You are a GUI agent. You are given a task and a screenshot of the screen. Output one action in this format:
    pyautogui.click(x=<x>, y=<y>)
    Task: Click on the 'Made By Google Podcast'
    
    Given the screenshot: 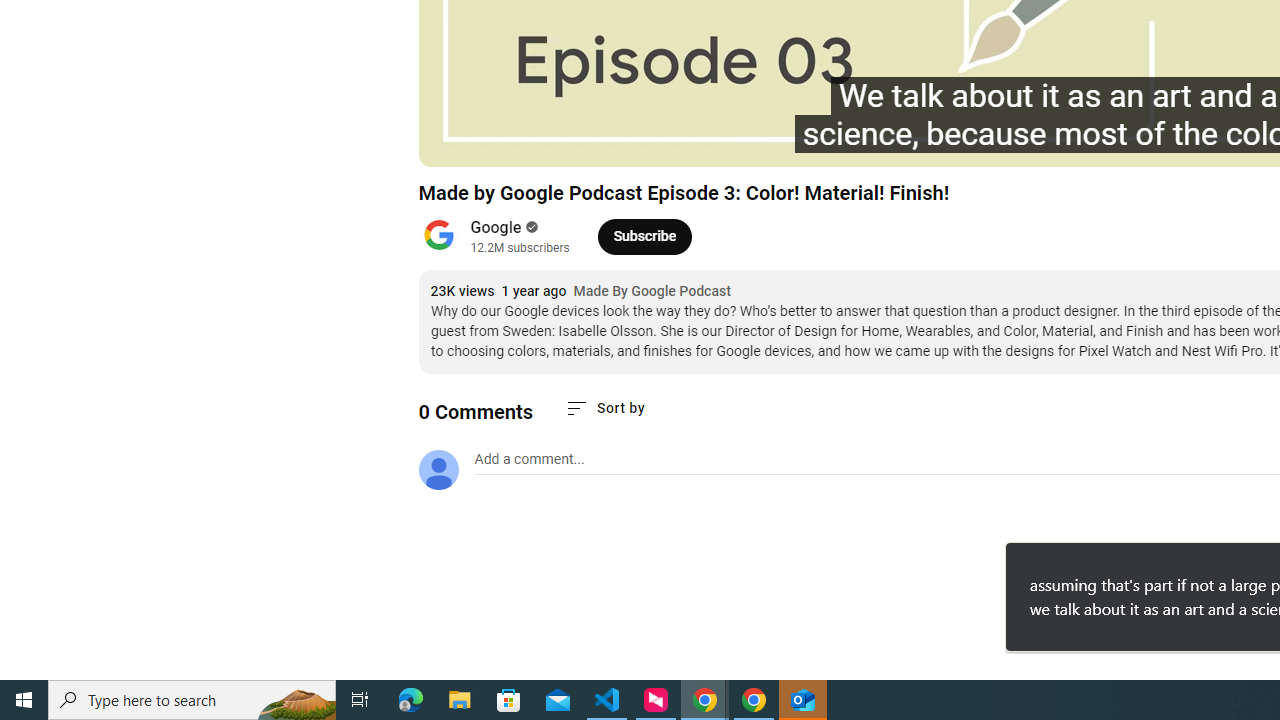 What is the action you would take?
    pyautogui.click(x=652, y=291)
    